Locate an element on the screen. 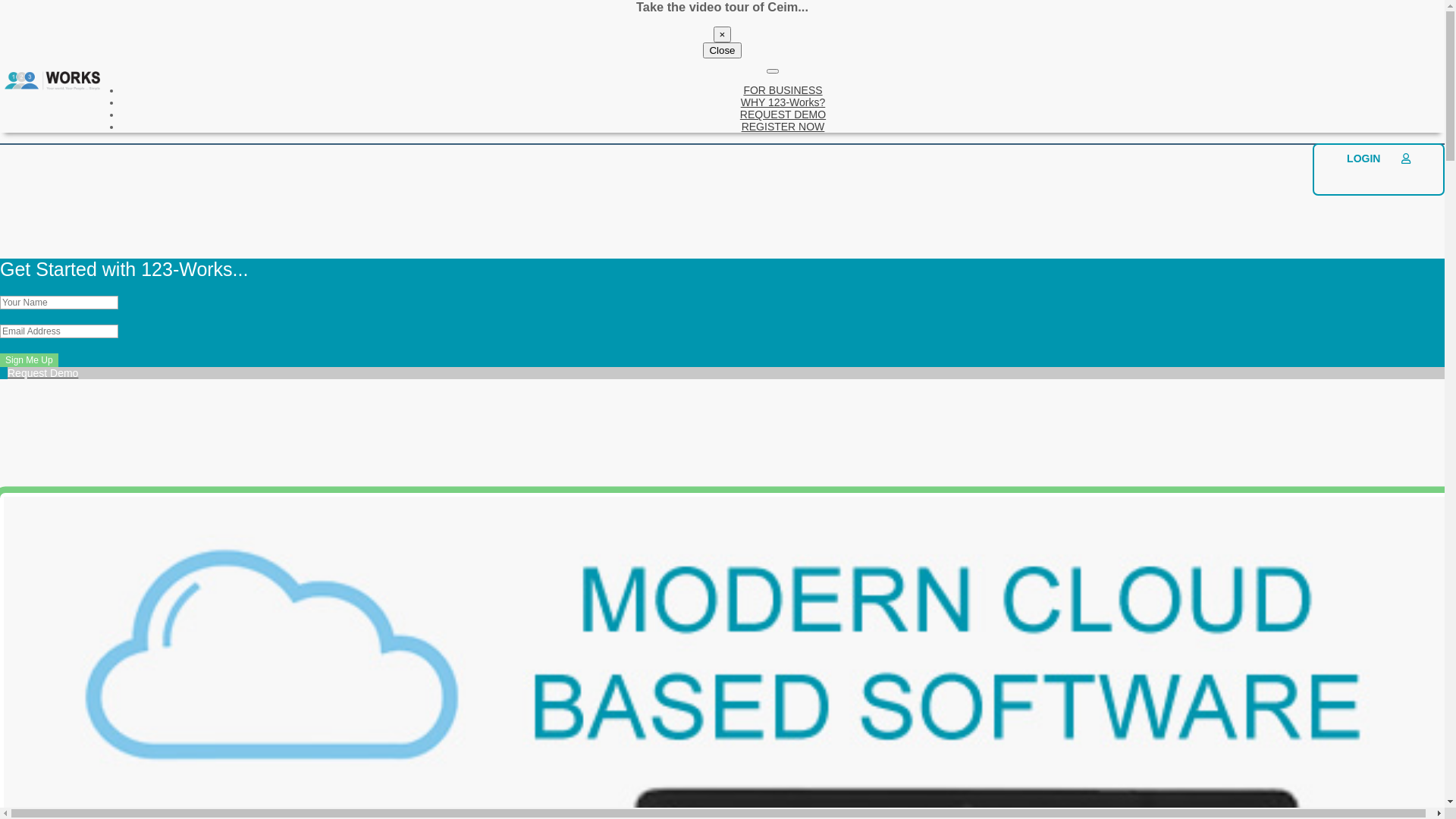 The image size is (1456, 819). 'Close' is located at coordinates (720, 49).